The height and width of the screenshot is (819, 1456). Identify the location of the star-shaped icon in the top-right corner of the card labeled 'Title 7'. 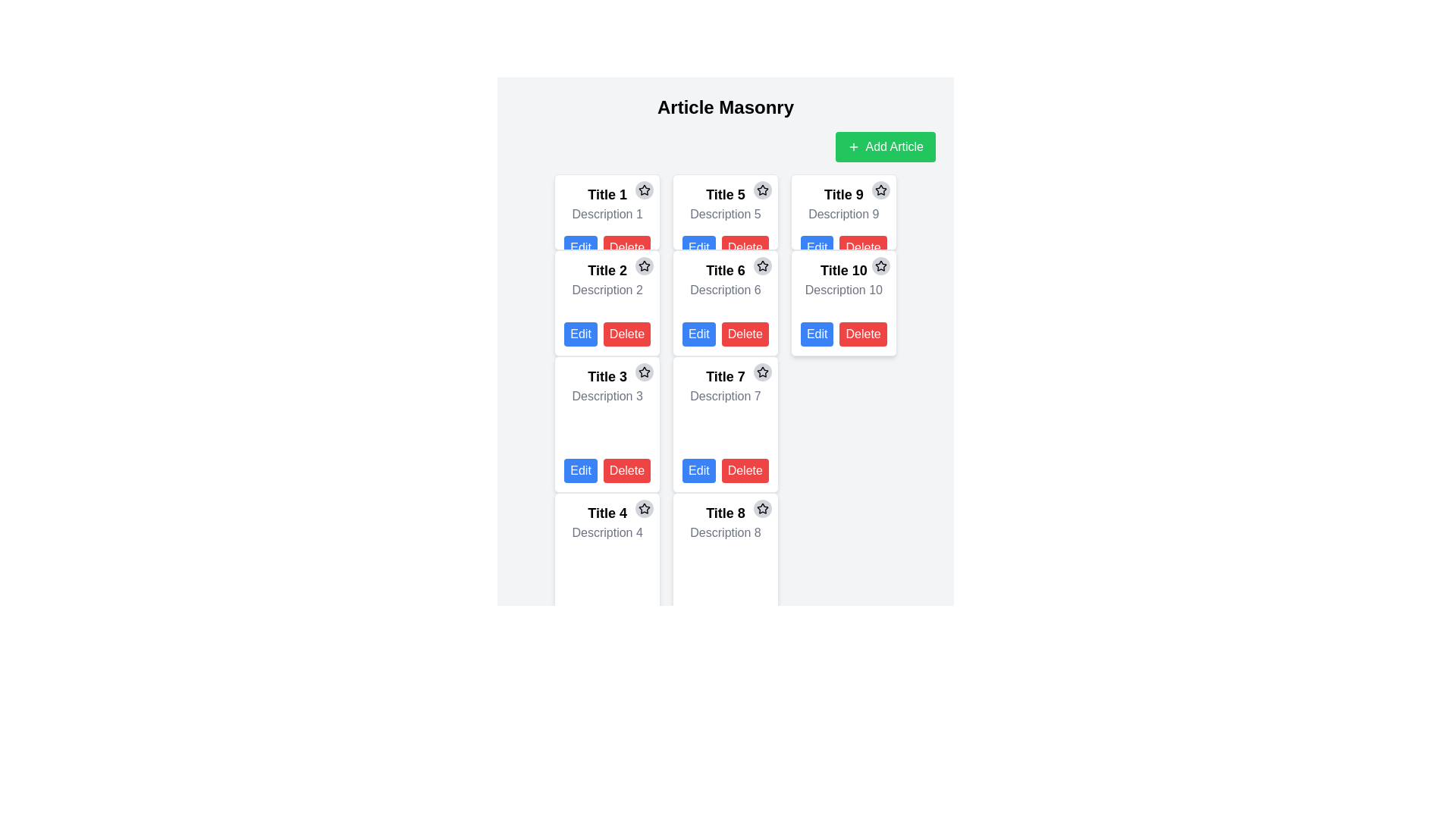
(762, 372).